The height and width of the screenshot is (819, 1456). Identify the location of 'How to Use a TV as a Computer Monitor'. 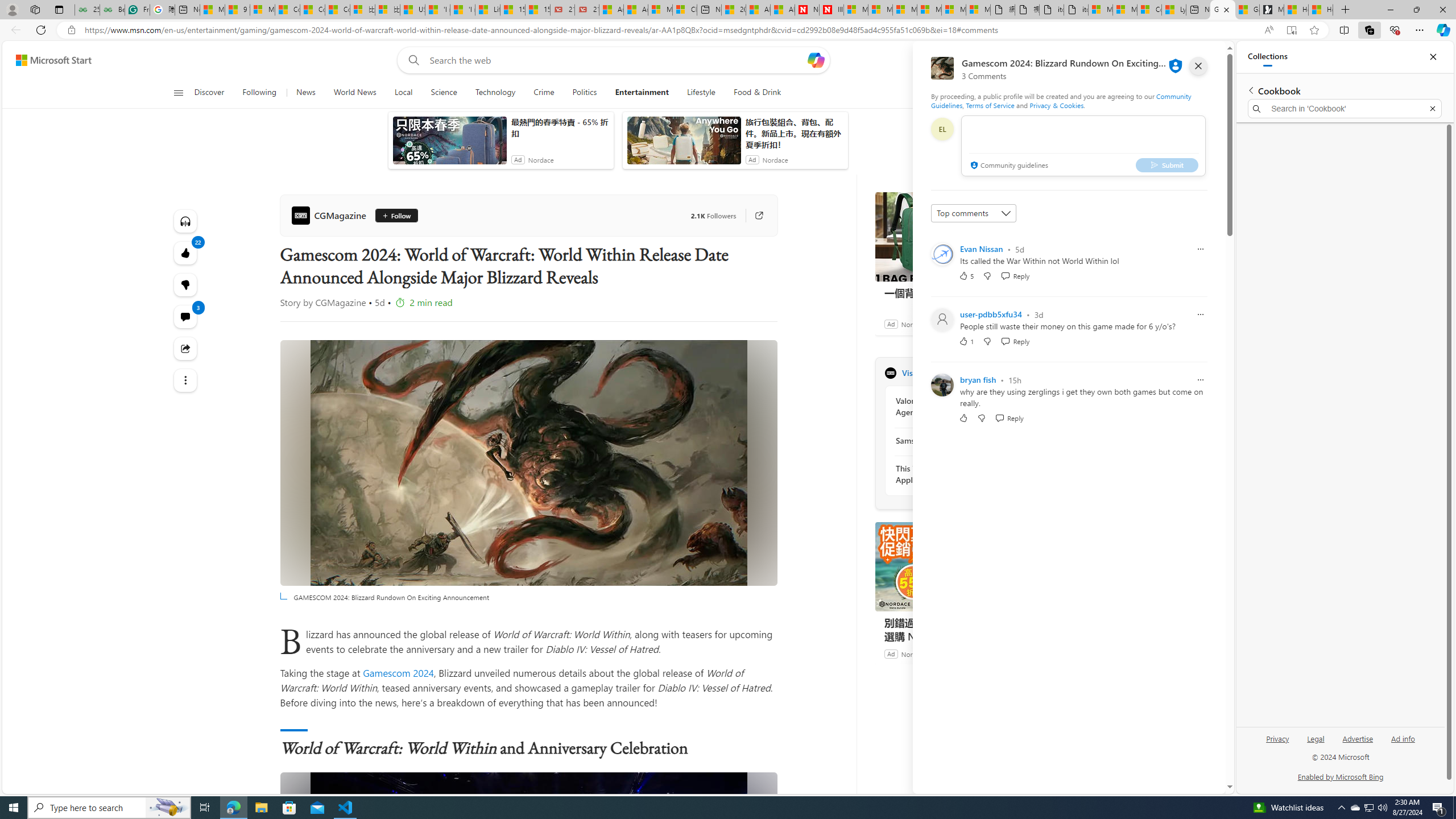
(1319, 9).